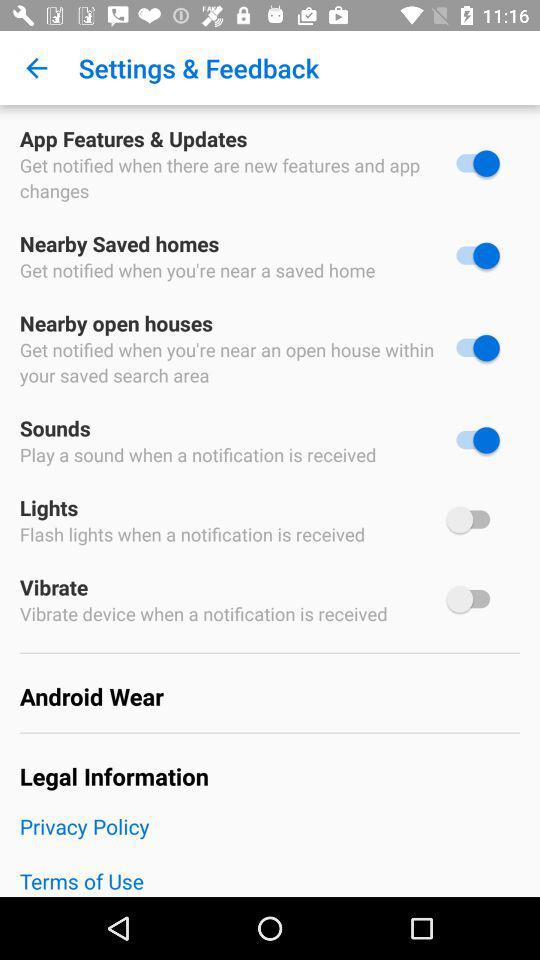 The width and height of the screenshot is (540, 960). What do you see at coordinates (472, 348) in the screenshot?
I see `switch nearby open houses option` at bounding box center [472, 348].